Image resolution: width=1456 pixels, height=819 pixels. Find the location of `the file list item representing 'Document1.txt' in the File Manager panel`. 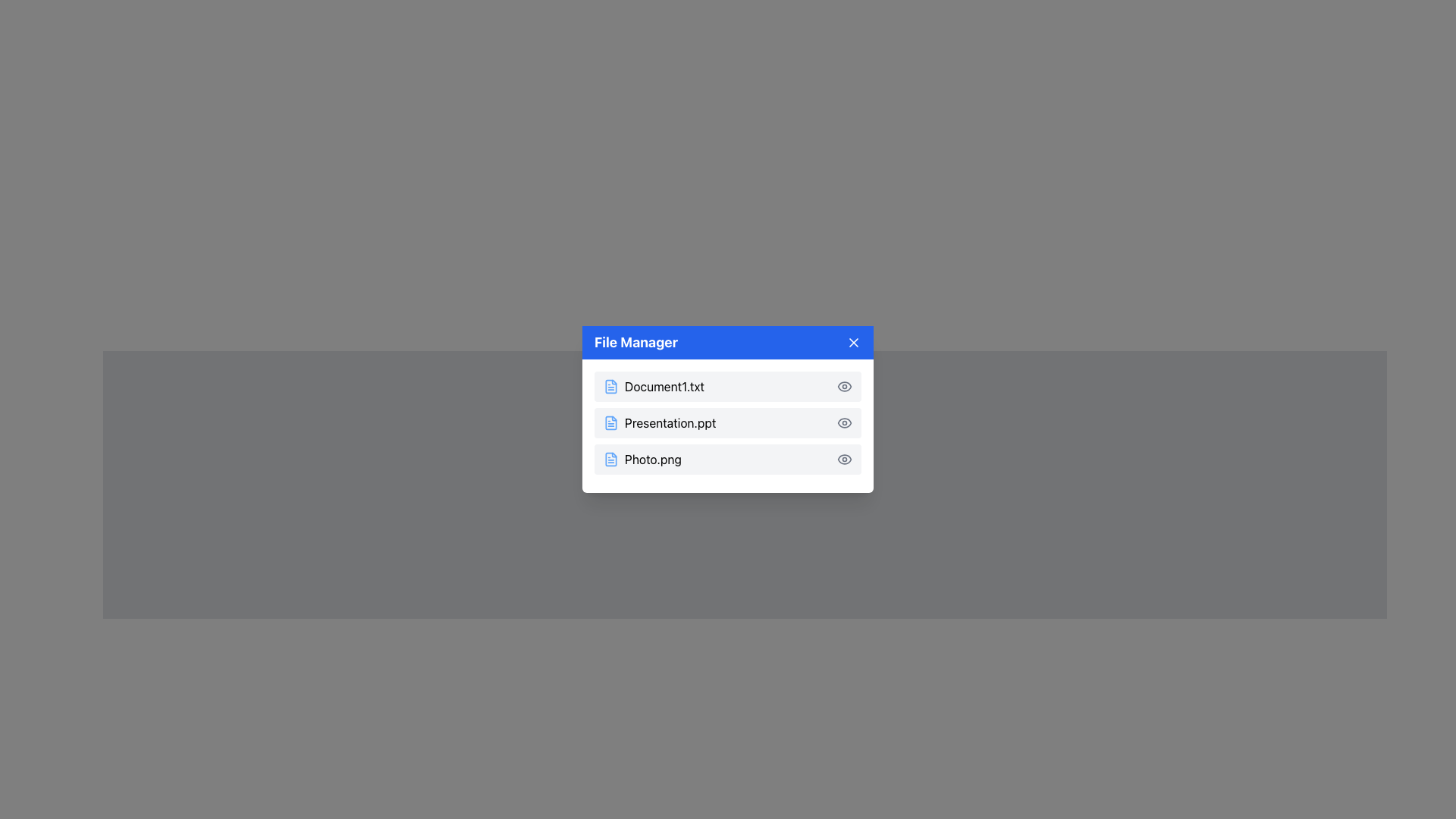

the file list item representing 'Document1.txt' in the File Manager panel is located at coordinates (654, 385).